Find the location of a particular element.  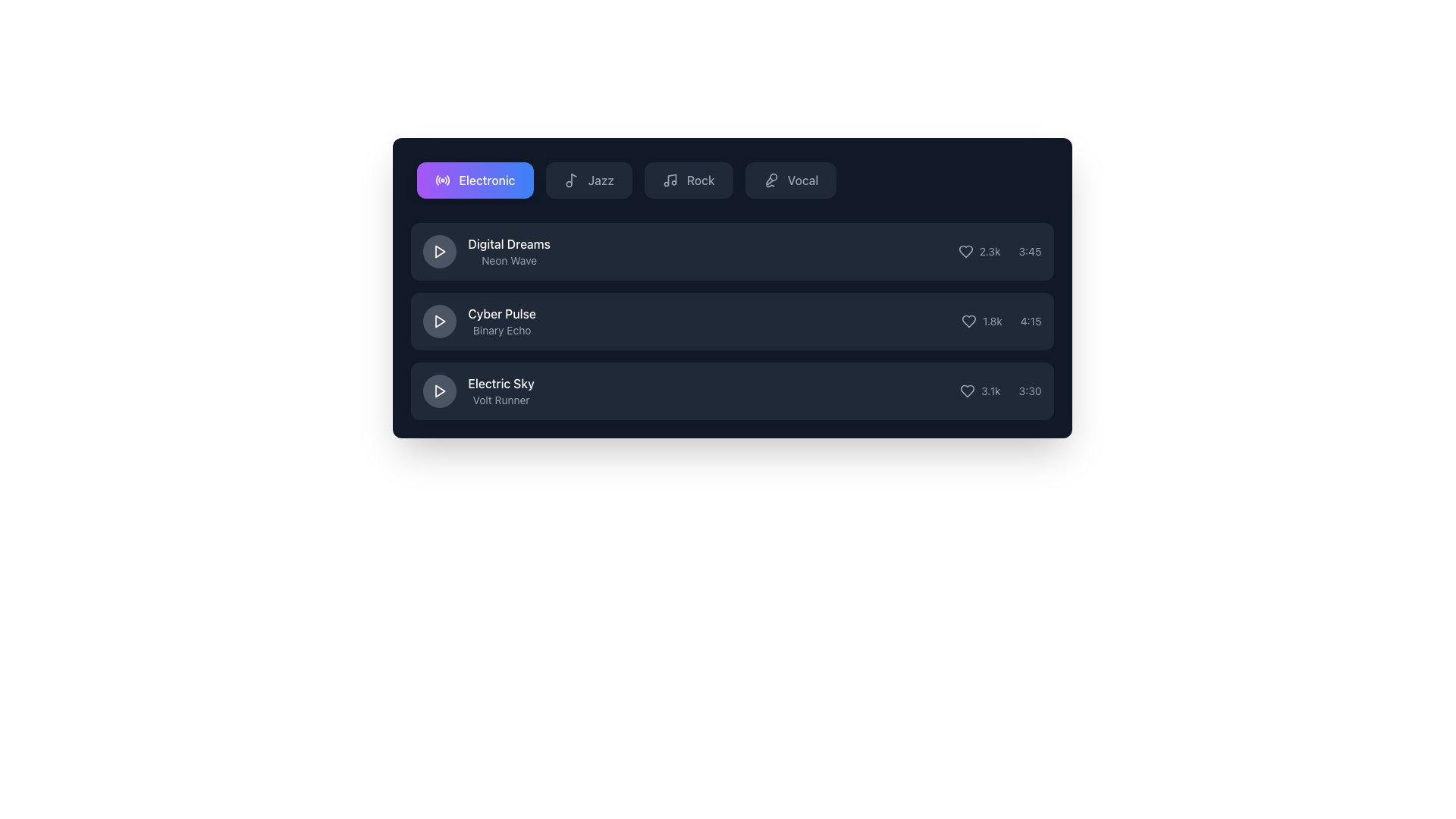

the title label of the second item in the vertical list, which provides key identification and context for the item it represents is located at coordinates (502, 312).